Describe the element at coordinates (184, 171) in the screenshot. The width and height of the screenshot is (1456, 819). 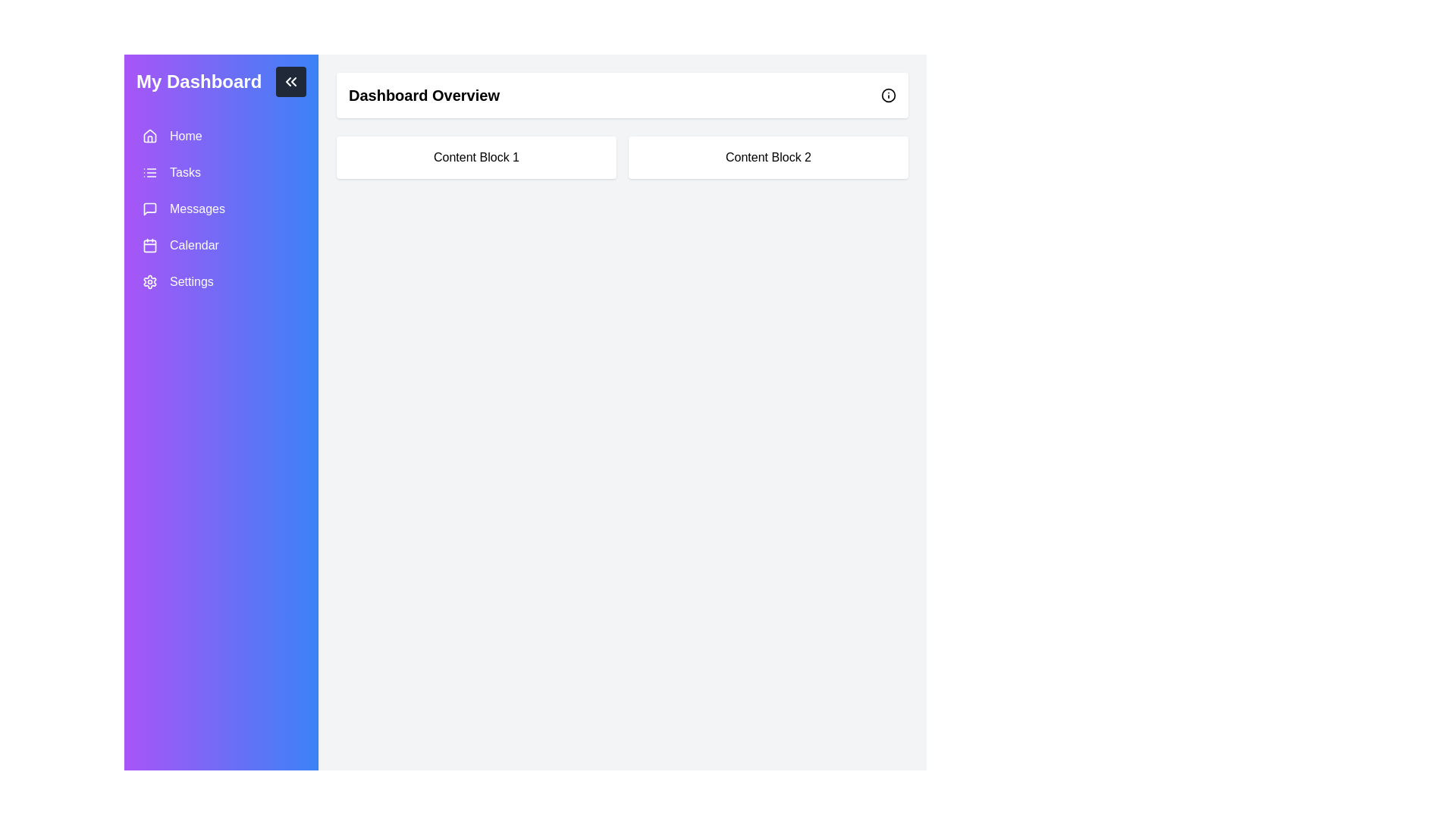
I see `the 'Tasks' label in the navigation sidebar` at that location.